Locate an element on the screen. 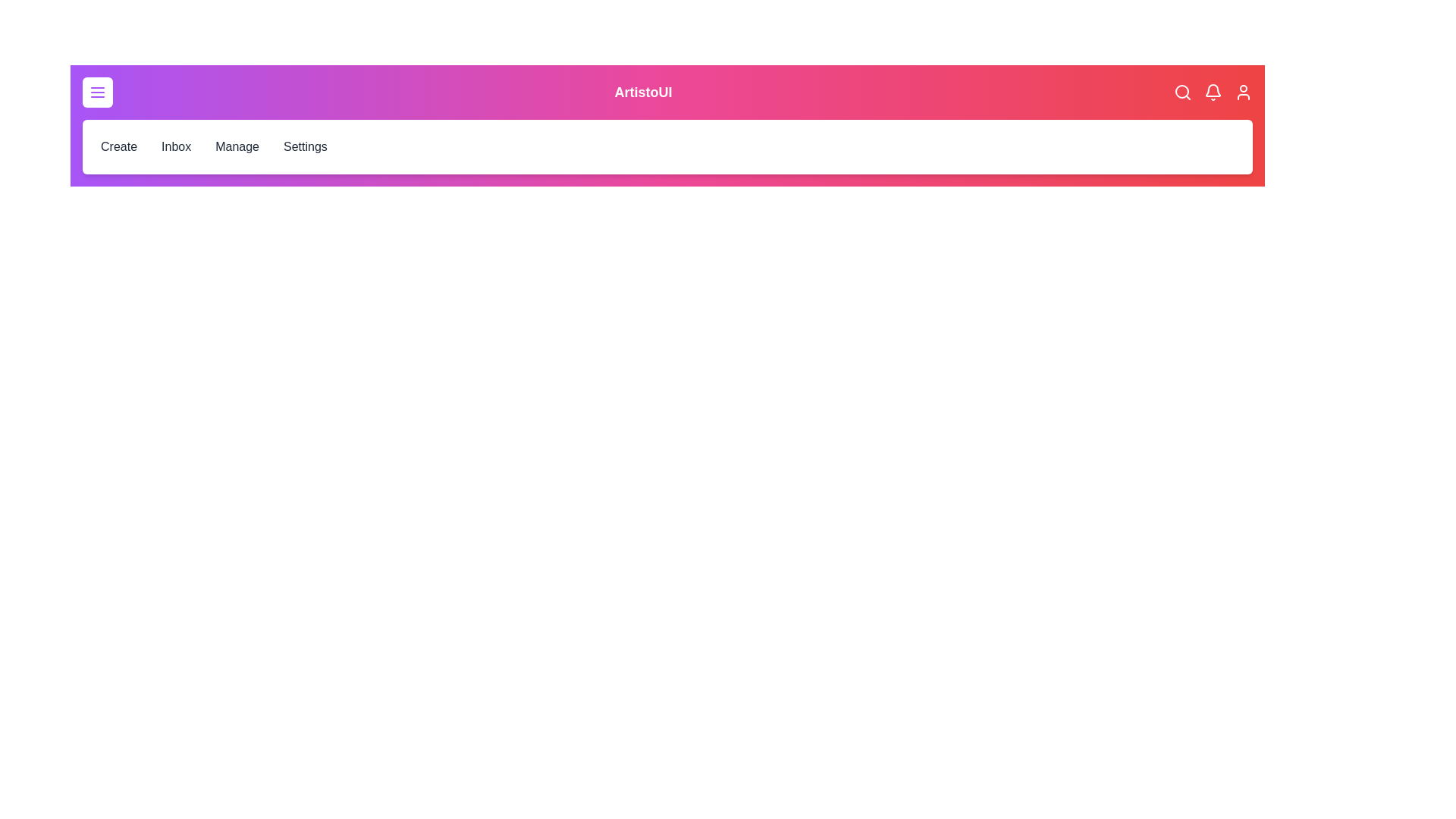 This screenshot has width=1456, height=819. the header text 'ArtistoUI' is located at coordinates (643, 93).